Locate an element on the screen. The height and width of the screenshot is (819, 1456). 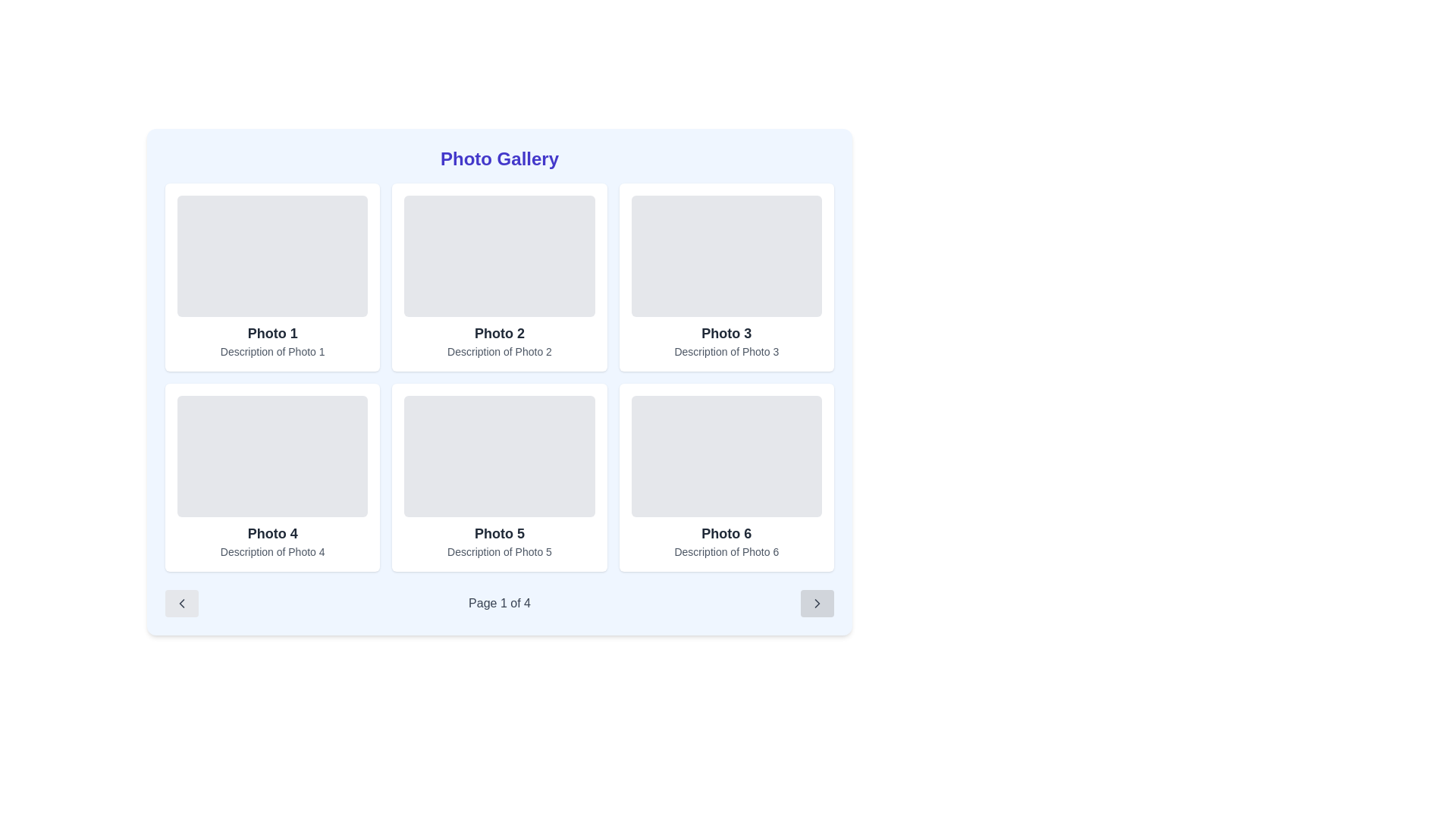
the descriptive text label associated with the photo card titled 'Photo 3', which is the third description label in a grid arrangement, located beneath 'Photo 3' is located at coordinates (726, 351).